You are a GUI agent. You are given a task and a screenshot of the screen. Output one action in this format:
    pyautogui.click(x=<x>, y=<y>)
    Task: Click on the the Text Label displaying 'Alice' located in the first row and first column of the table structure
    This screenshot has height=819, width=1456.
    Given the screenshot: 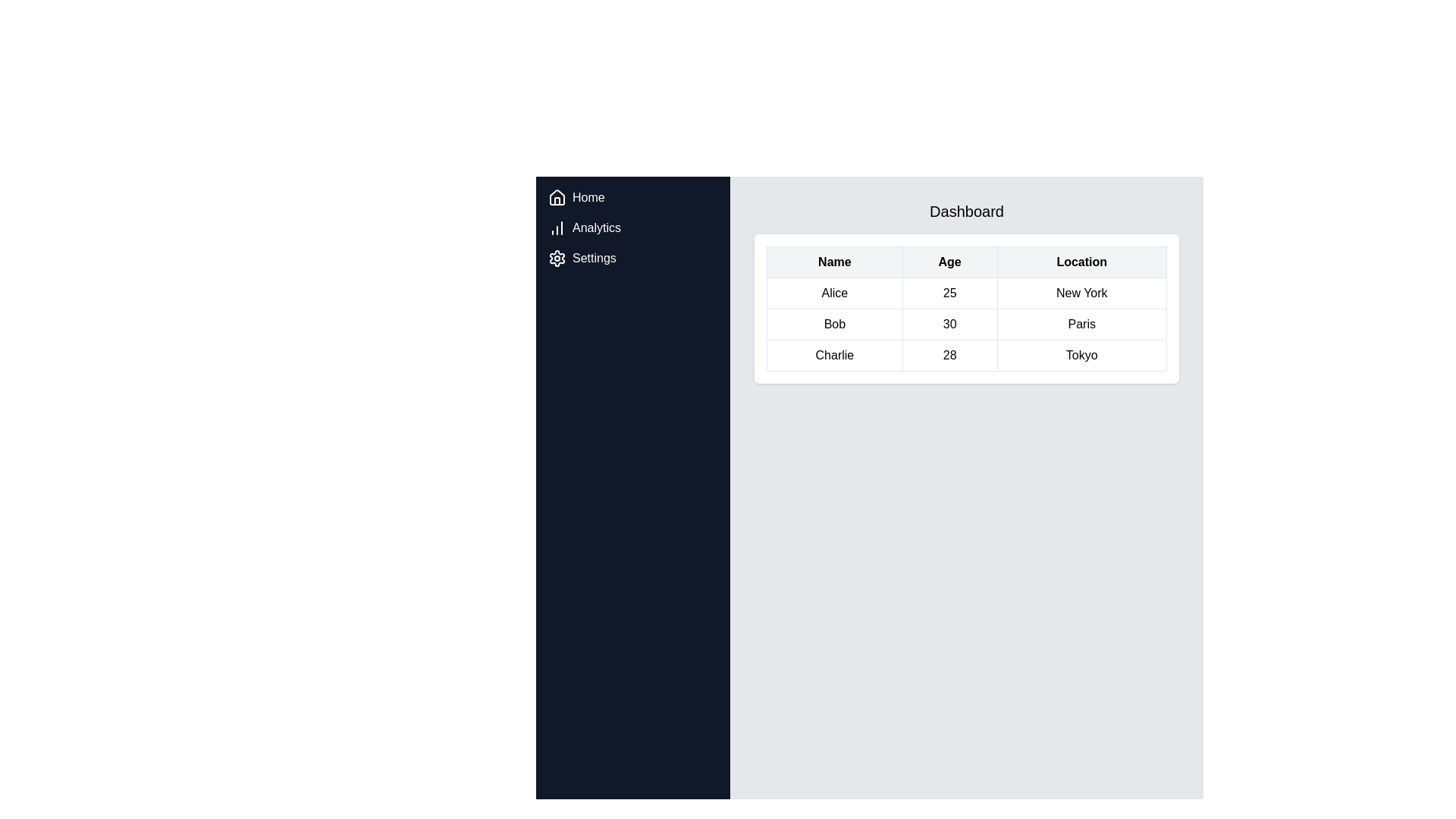 What is the action you would take?
    pyautogui.click(x=833, y=293)
    